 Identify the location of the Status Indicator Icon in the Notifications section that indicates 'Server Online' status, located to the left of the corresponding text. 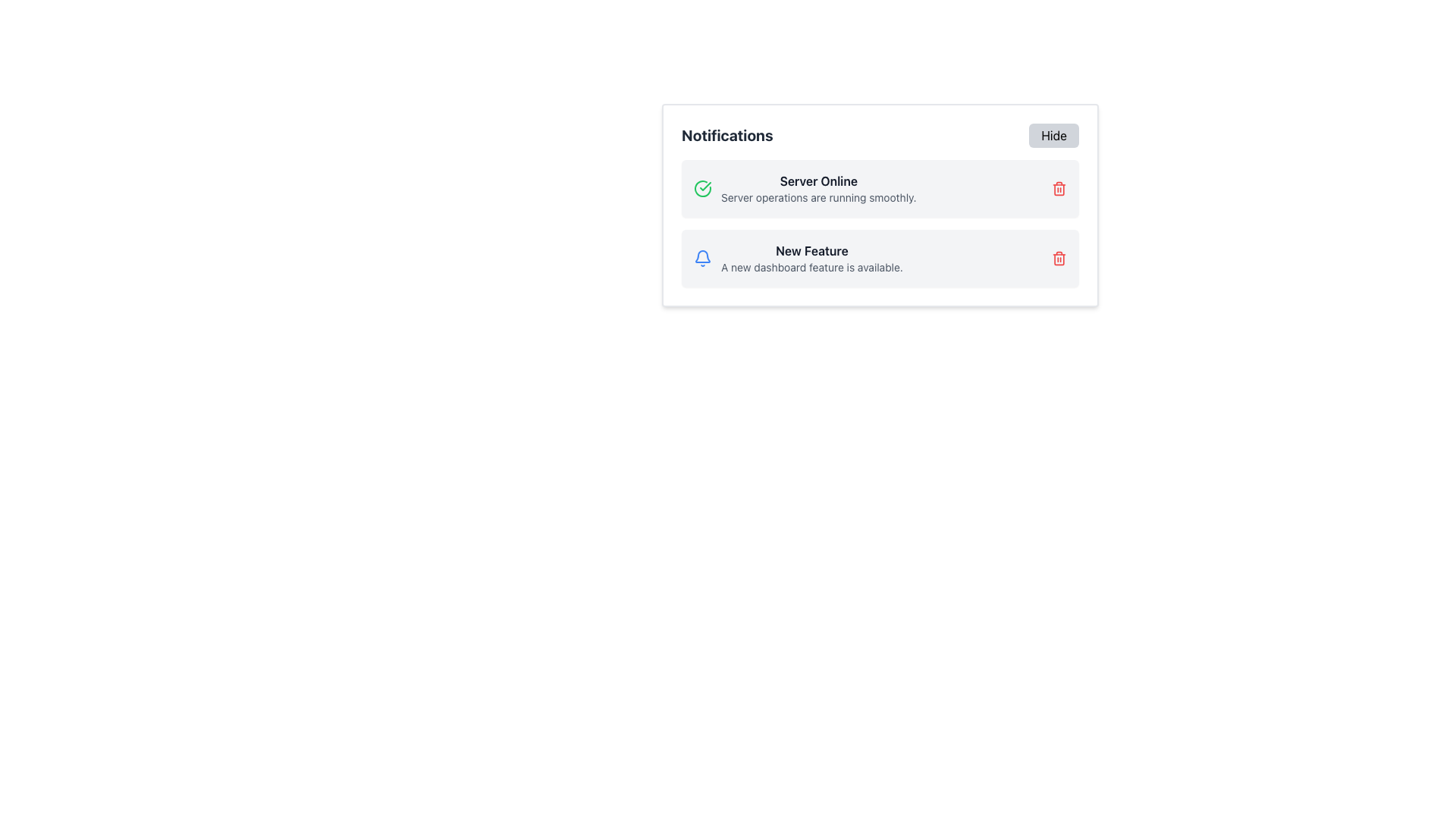
(701, 188).